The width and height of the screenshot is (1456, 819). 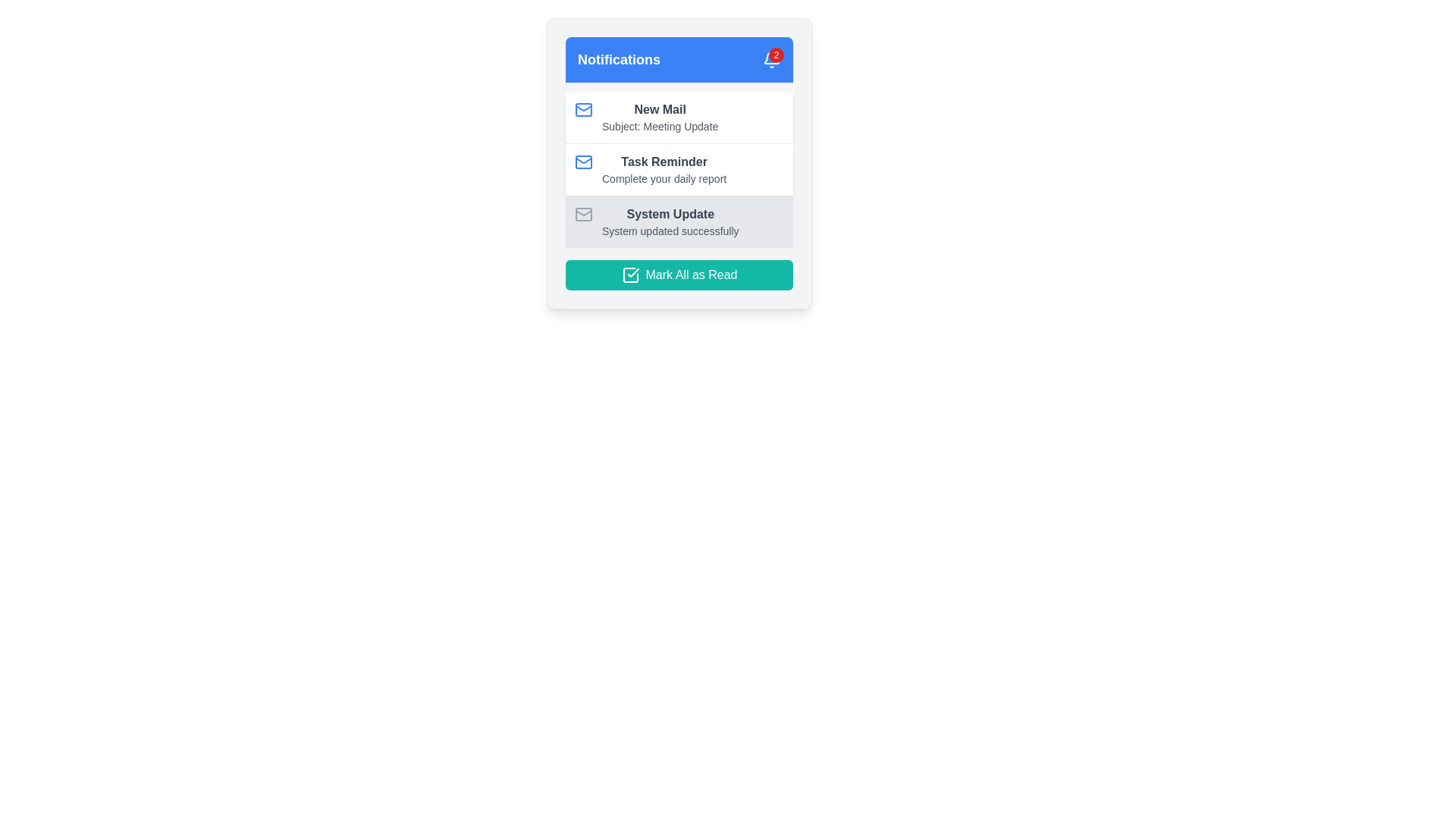 What do you see at coordinates (582, 109) in the screenshot?
I see `the SVG mail icon representing the 'New Mail' notification located in the top-left section of the notification panel` at bounding box center [582, 109].